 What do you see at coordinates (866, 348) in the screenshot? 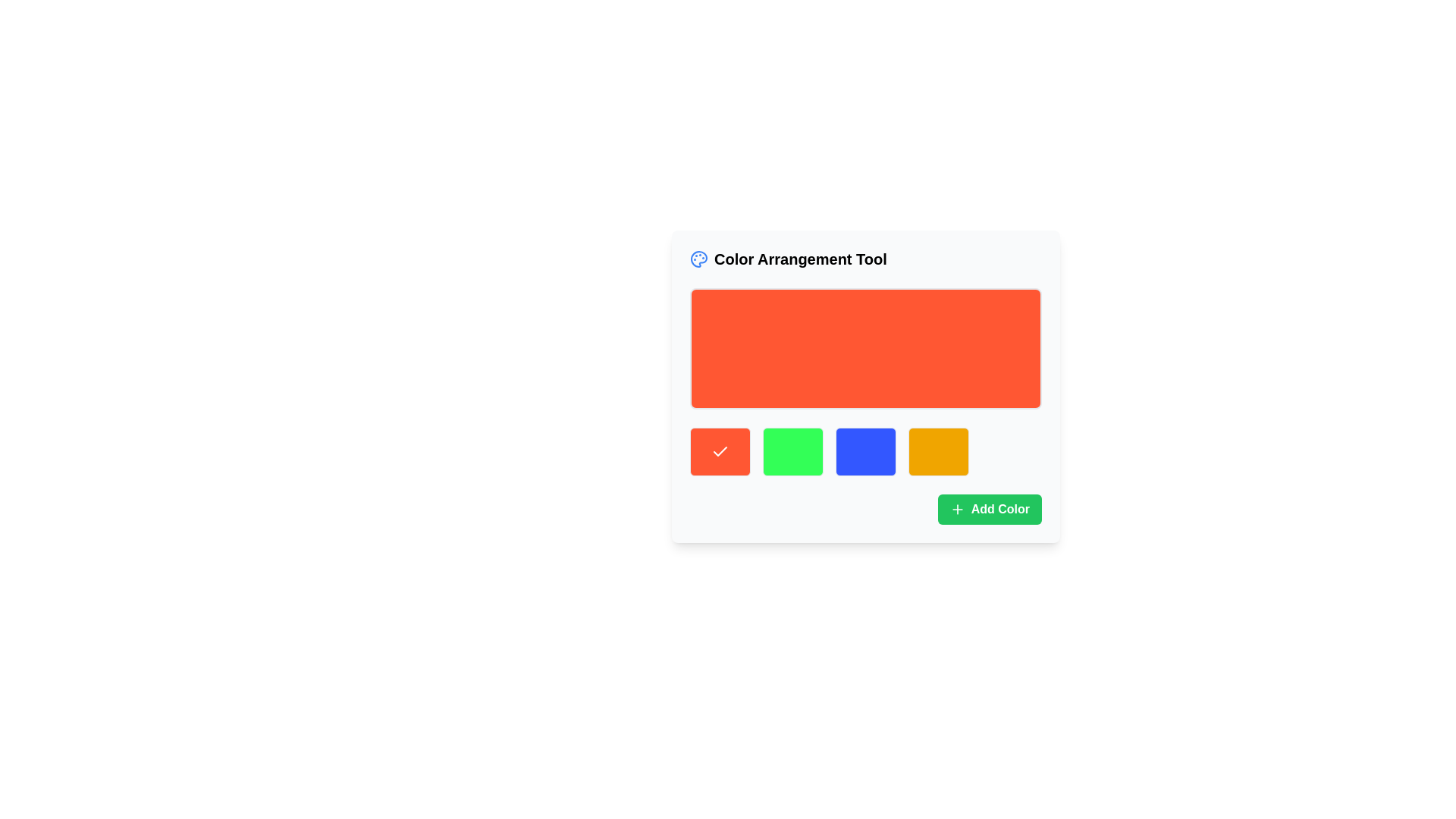
I see `the rectangular, orange box with rounded corners` at bounding box center [866, 348].